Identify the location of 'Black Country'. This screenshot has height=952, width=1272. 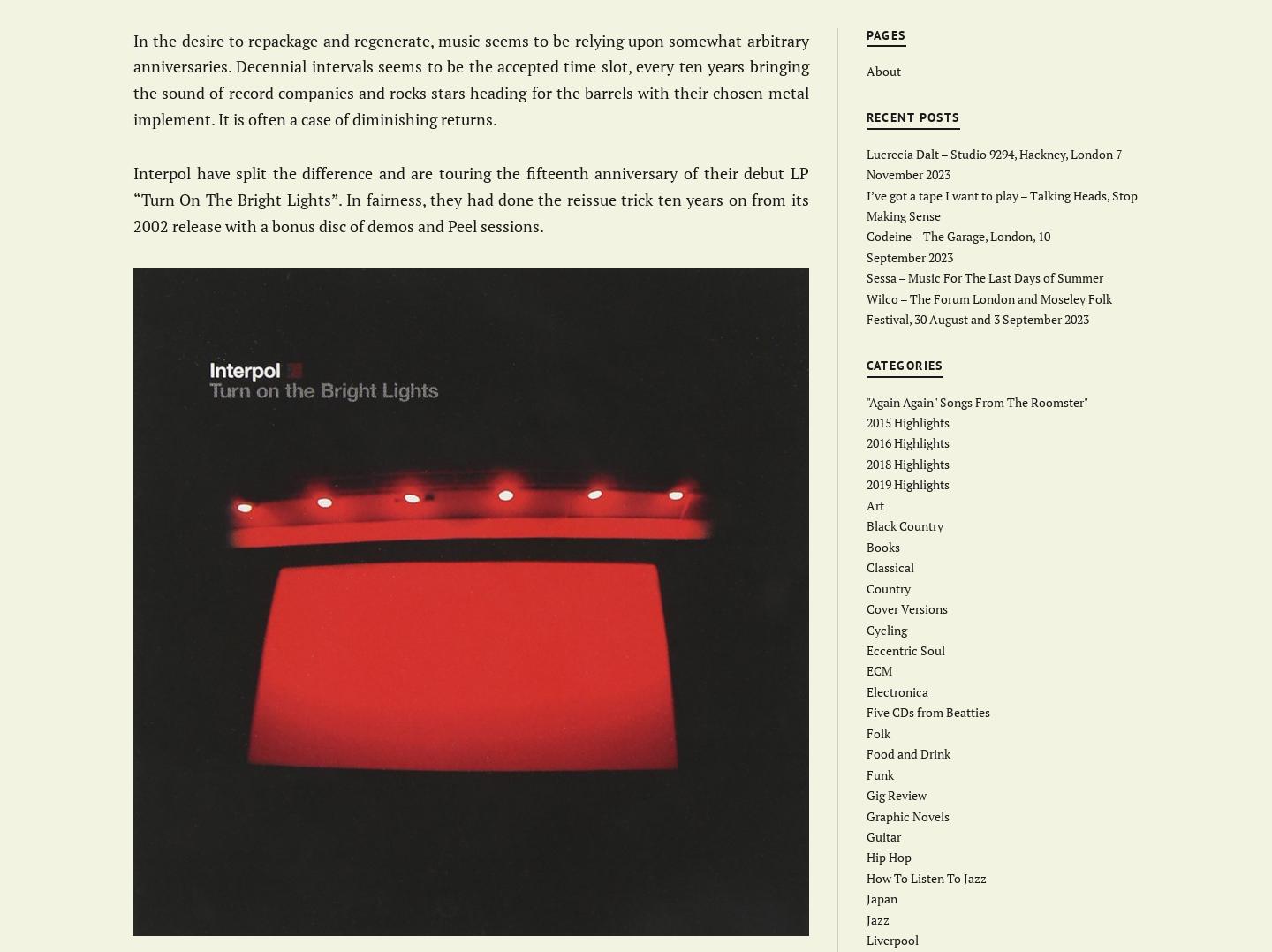
(904, 525).